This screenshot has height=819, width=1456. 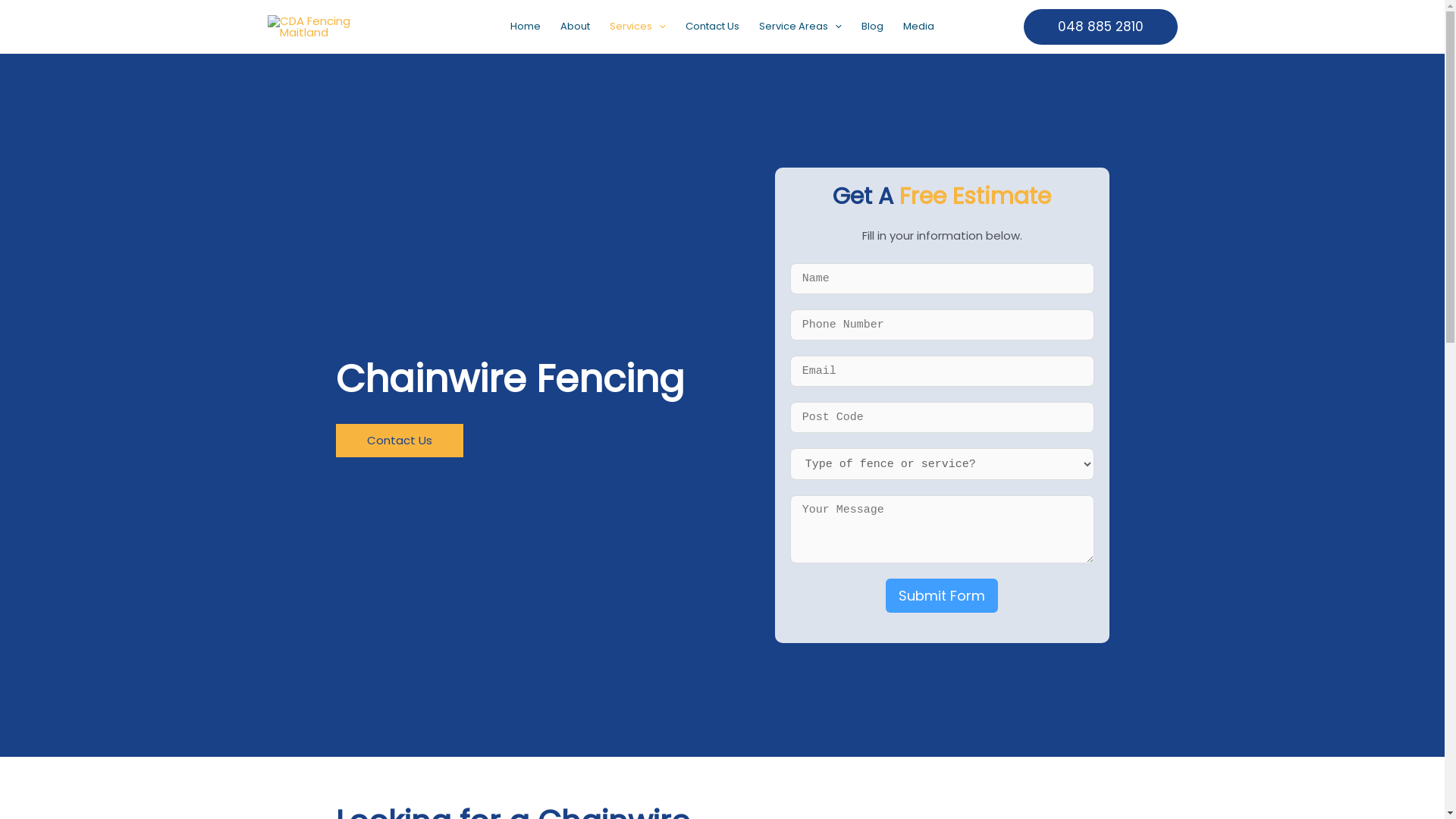 What do you see at coordinates (872, 26) in the screenshot?
I see `'Blog'` at bounding box center [872, 26].